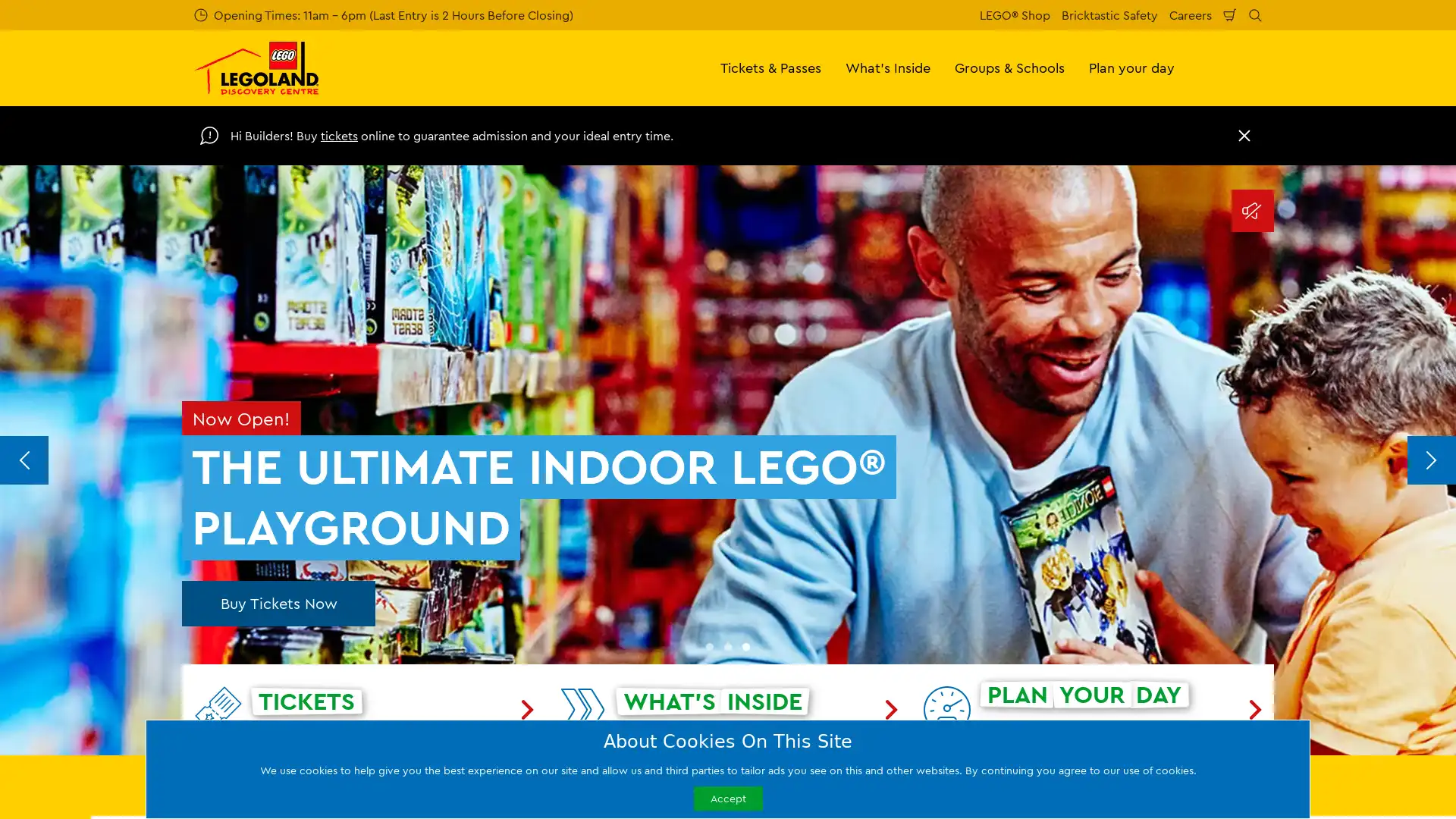  What do you see at coordinates (728, 646) in the screenshot?
I see `Go to slide 2` at bounding box center [728, 646].